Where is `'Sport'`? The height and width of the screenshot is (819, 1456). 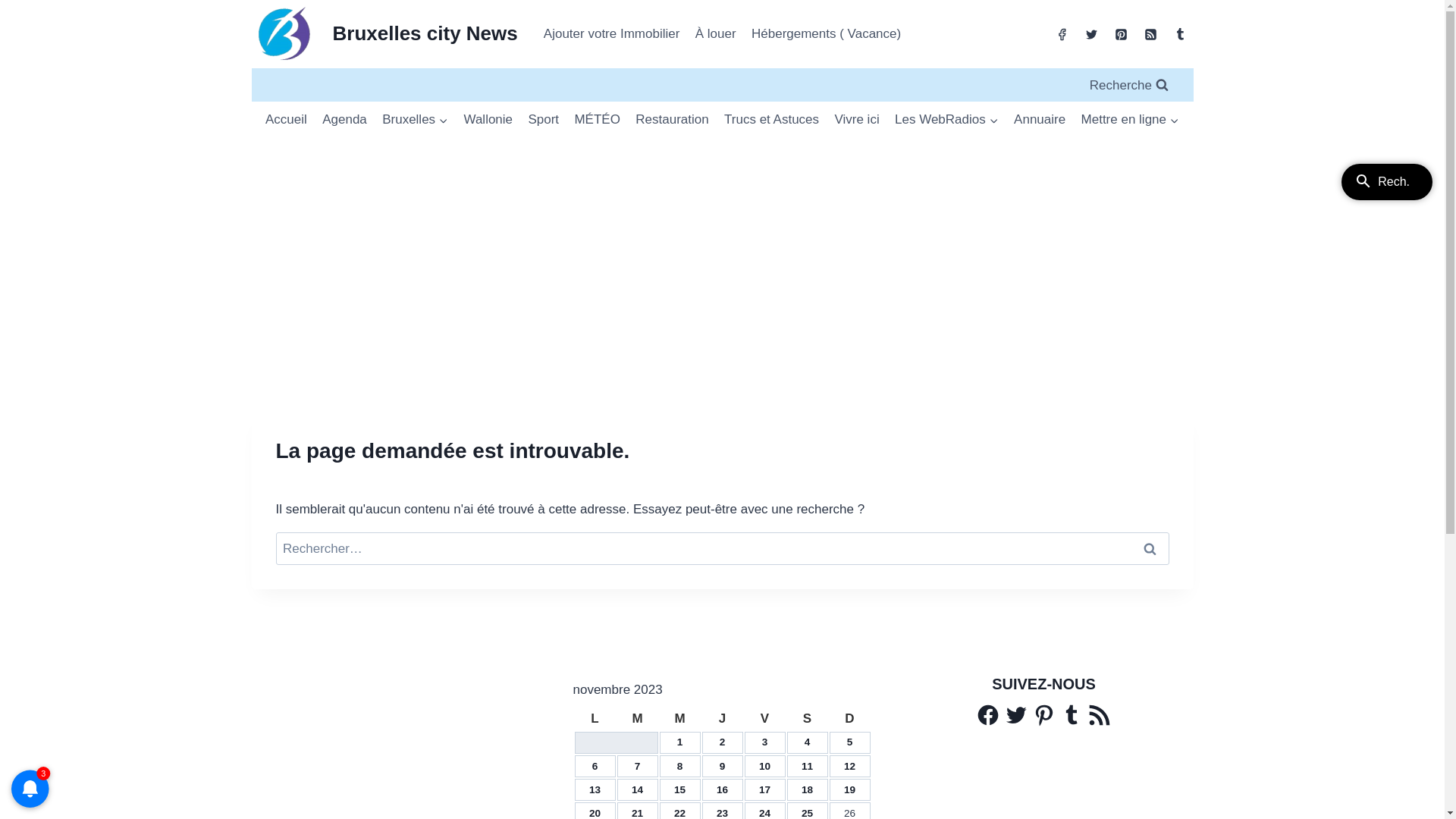 'Sport' is located at coordinates (543, 119).